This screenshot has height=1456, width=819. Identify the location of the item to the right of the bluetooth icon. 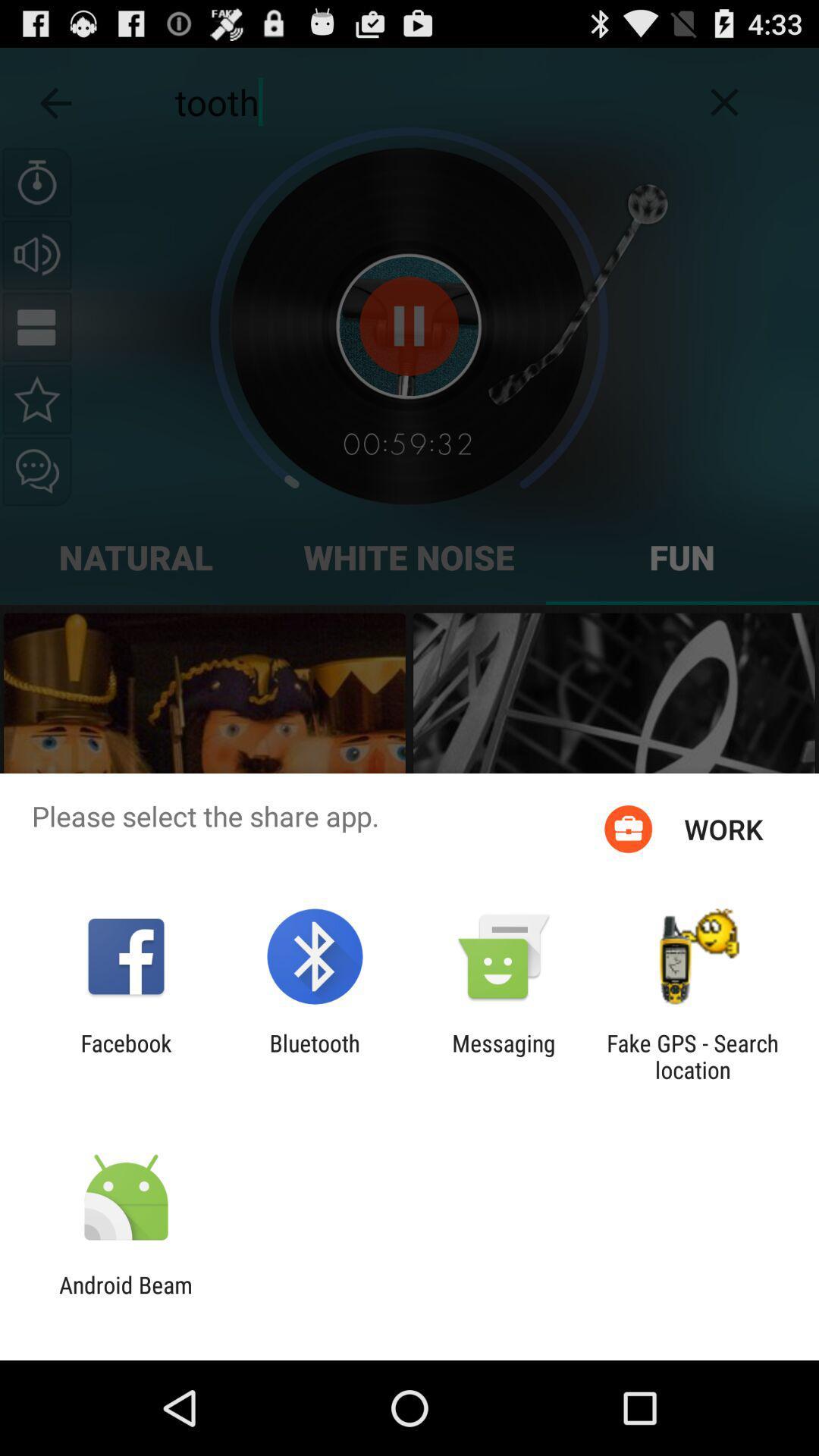
(504, 1056).